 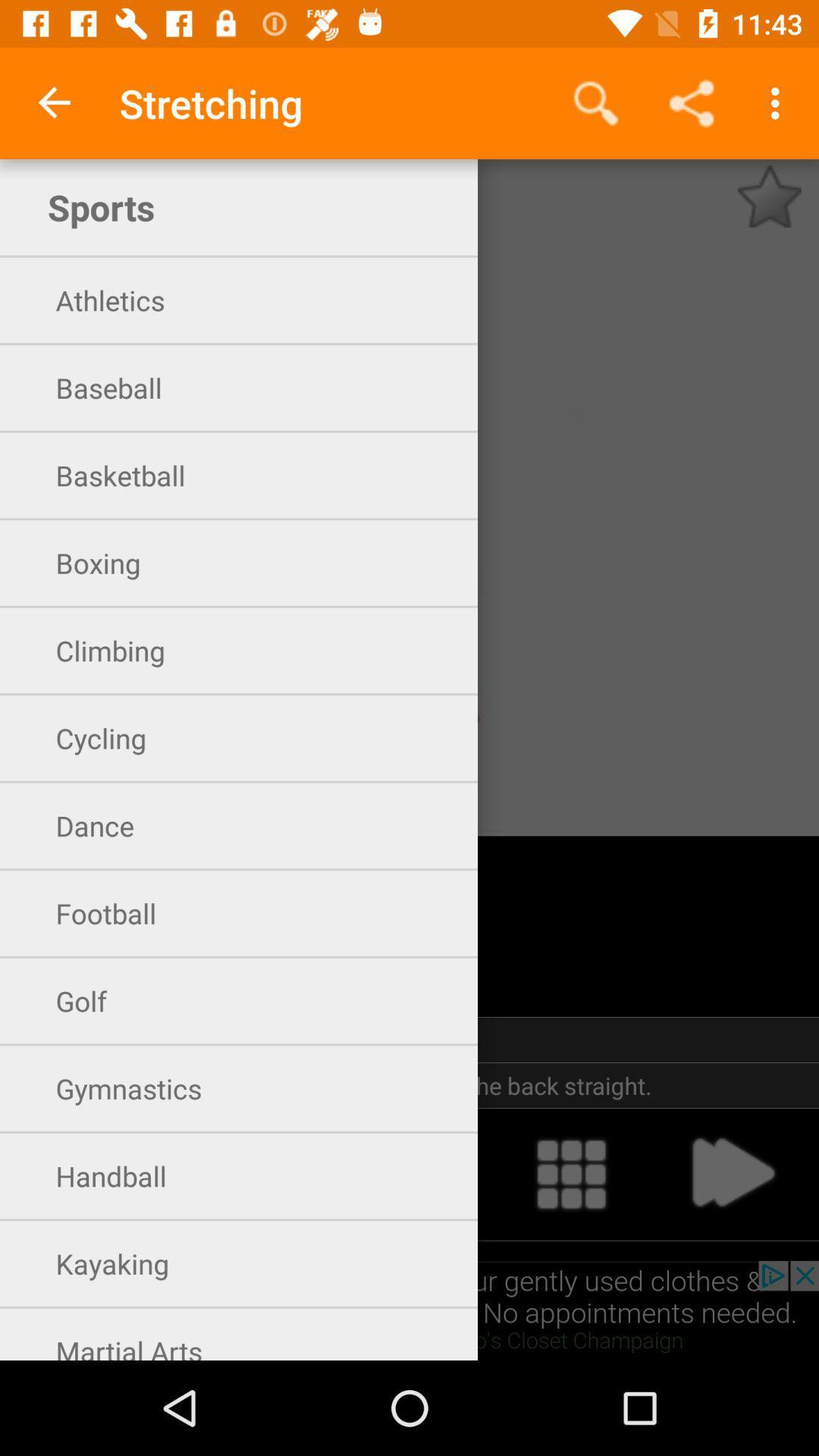 I want to click on explore more options, so click(x=571, y=1173).